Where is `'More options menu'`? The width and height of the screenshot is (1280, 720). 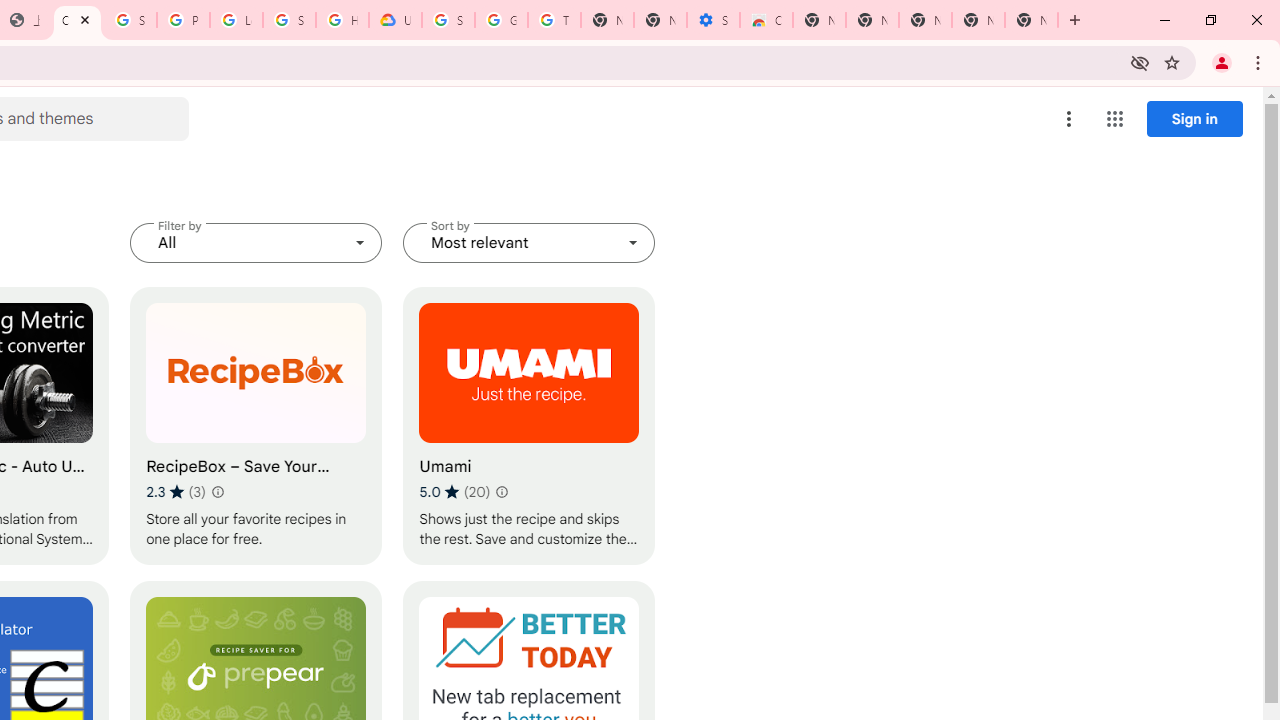 'More options menu' is located at coordinates (1068, 119).